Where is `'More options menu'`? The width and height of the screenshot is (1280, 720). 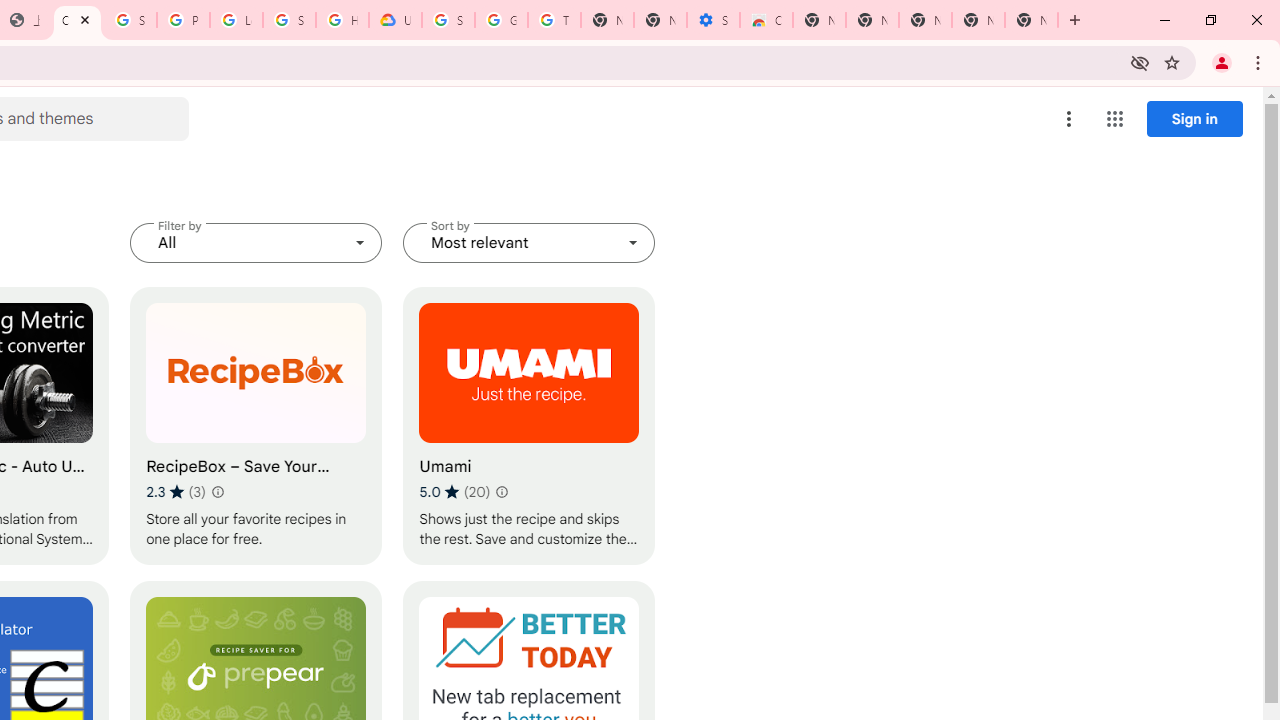 'More options menu' is located at coordinates (1068, 119).